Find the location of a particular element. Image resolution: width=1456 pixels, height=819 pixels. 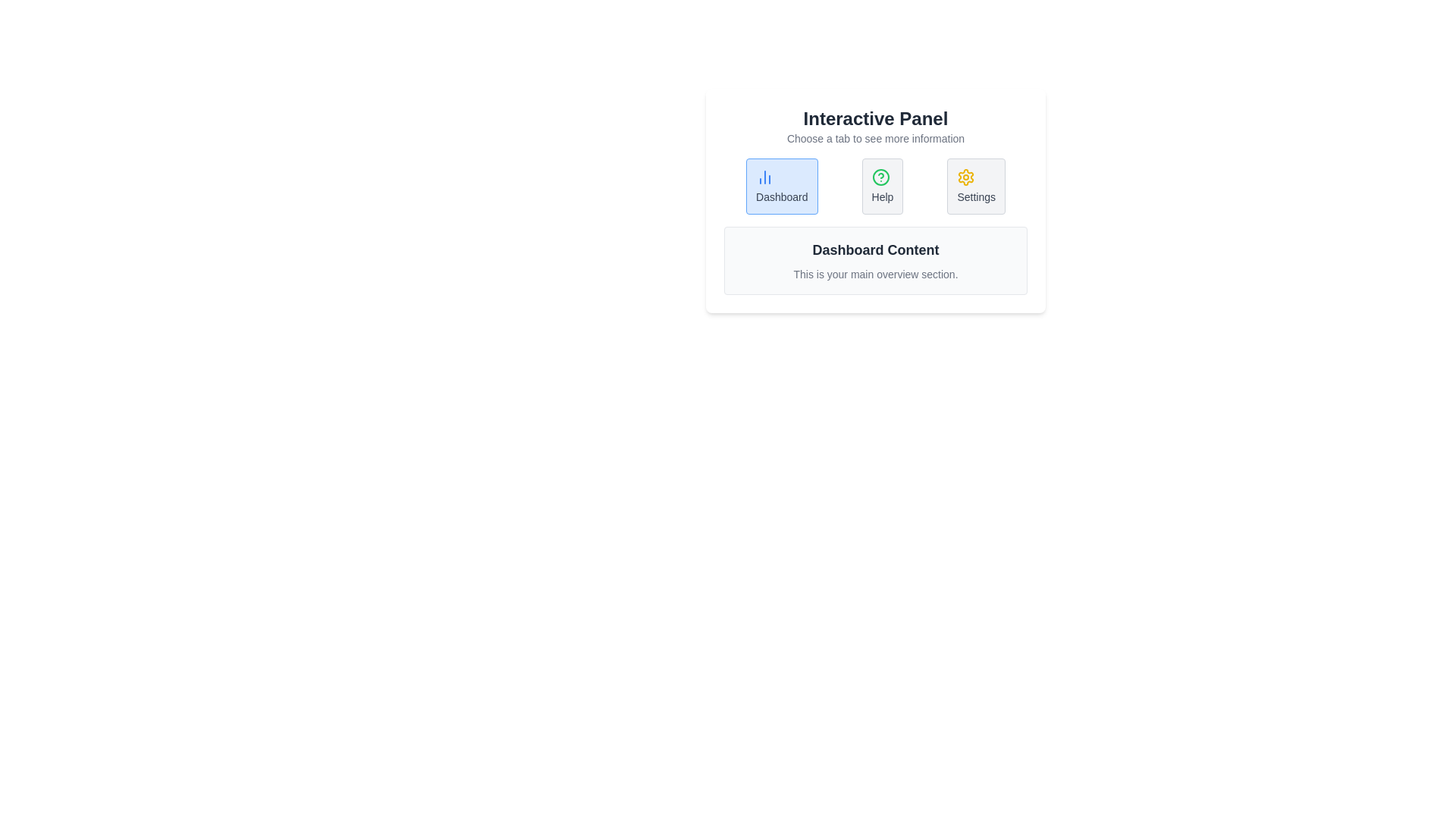

the 'Help' card located in the center of the horizontal row of interactive cards is located at coordinates (882, 186).